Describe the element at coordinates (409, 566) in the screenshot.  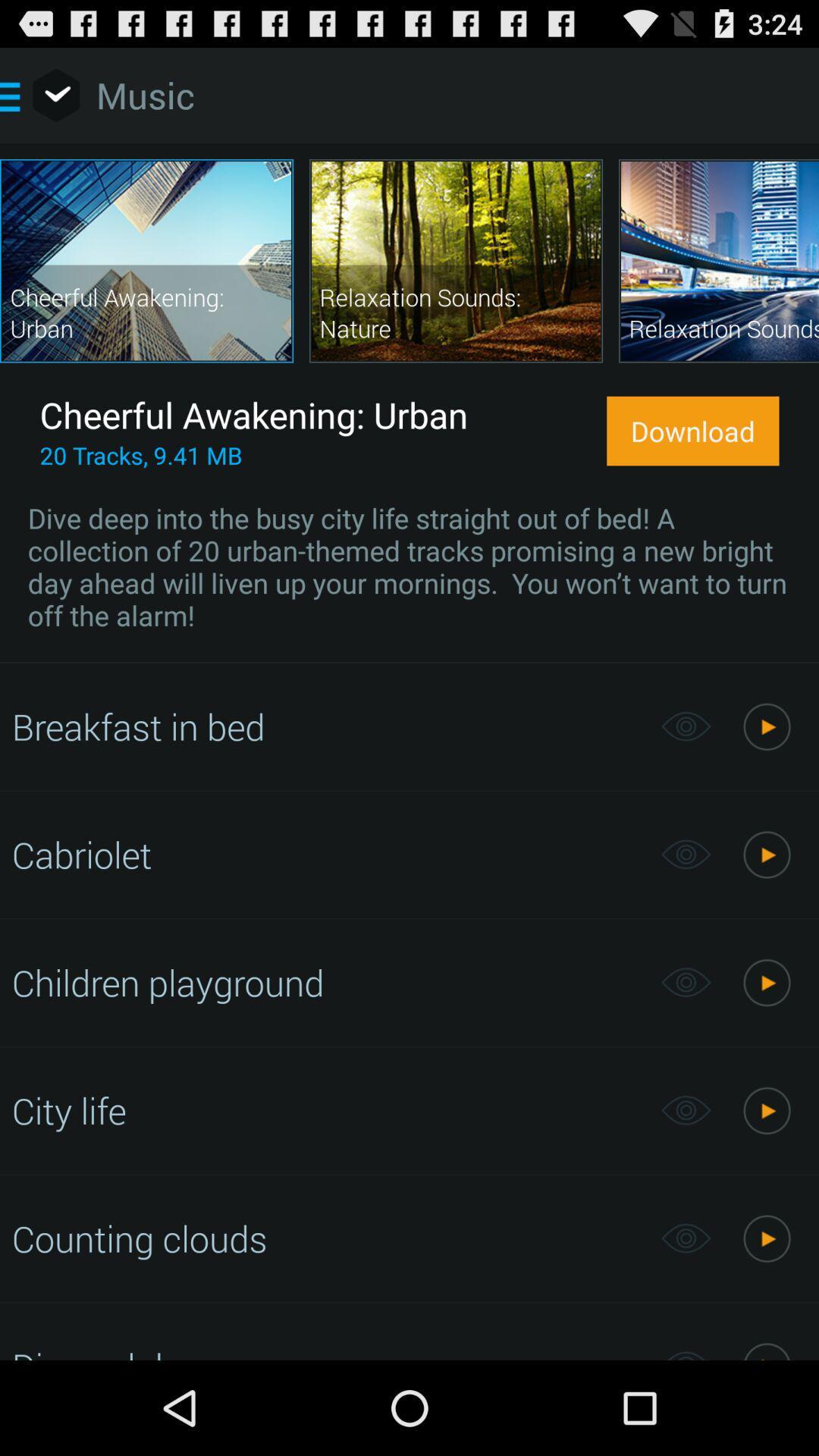
I see `dive deep into item` at that location.